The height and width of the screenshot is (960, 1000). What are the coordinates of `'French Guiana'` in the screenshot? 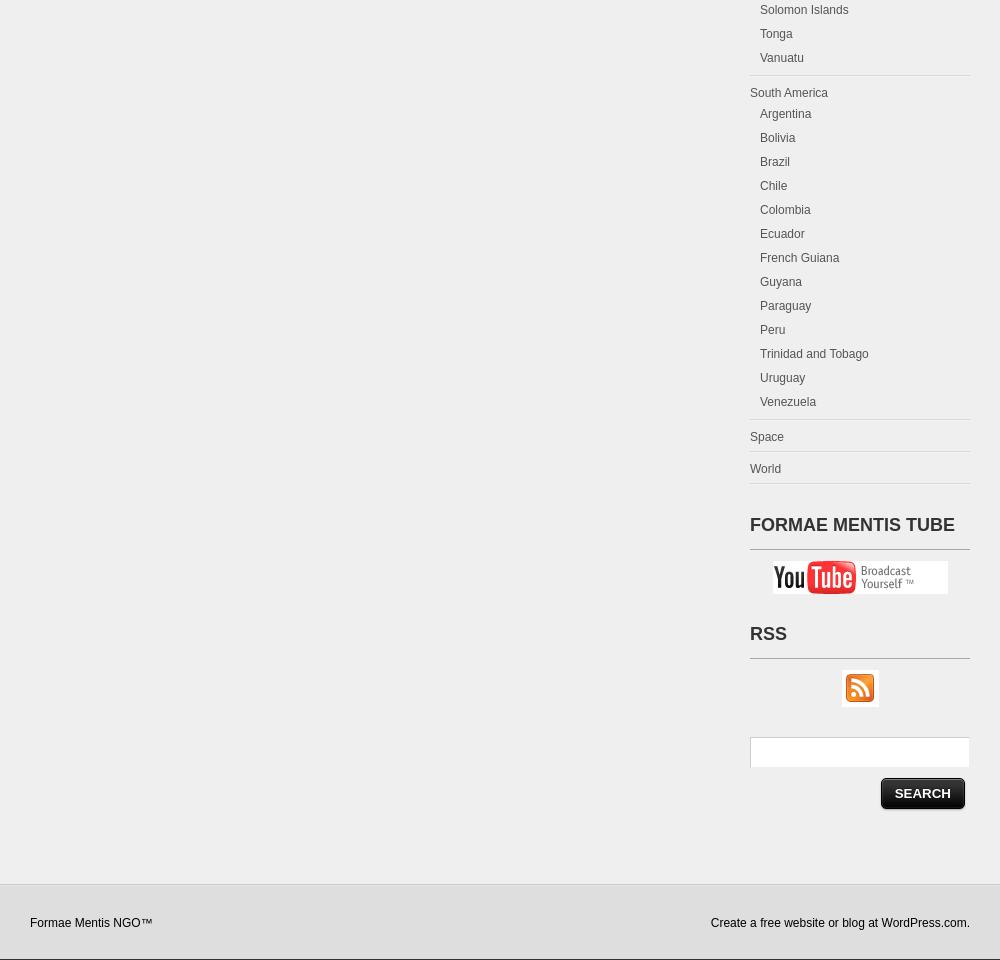 It's located at (799, 257).